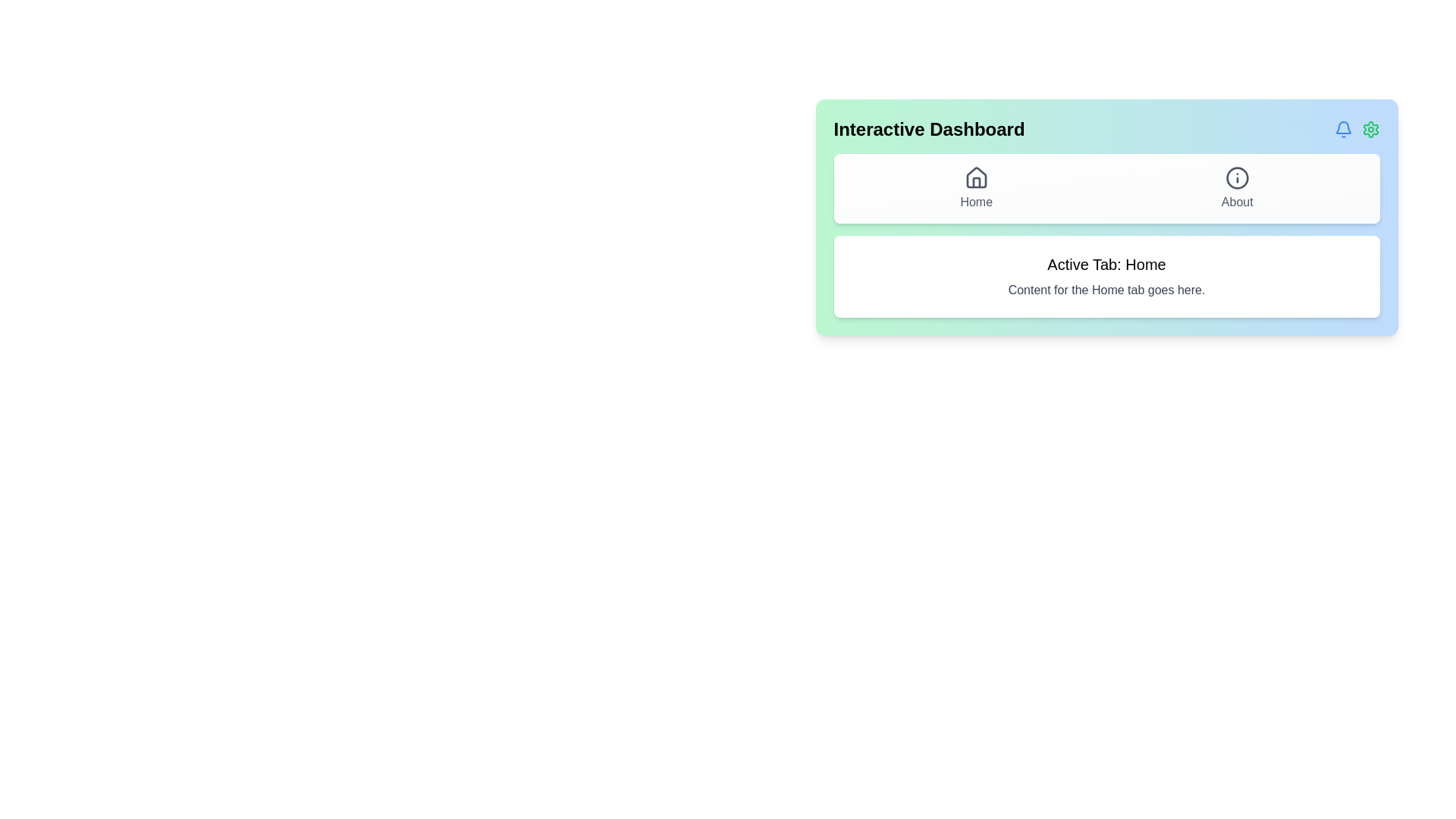  What do you see at coordinates (1343, 128) in the screenshot?
I see `the notification bell icon located at the top-right corner of the interface` at bounding box center [1343, 128].